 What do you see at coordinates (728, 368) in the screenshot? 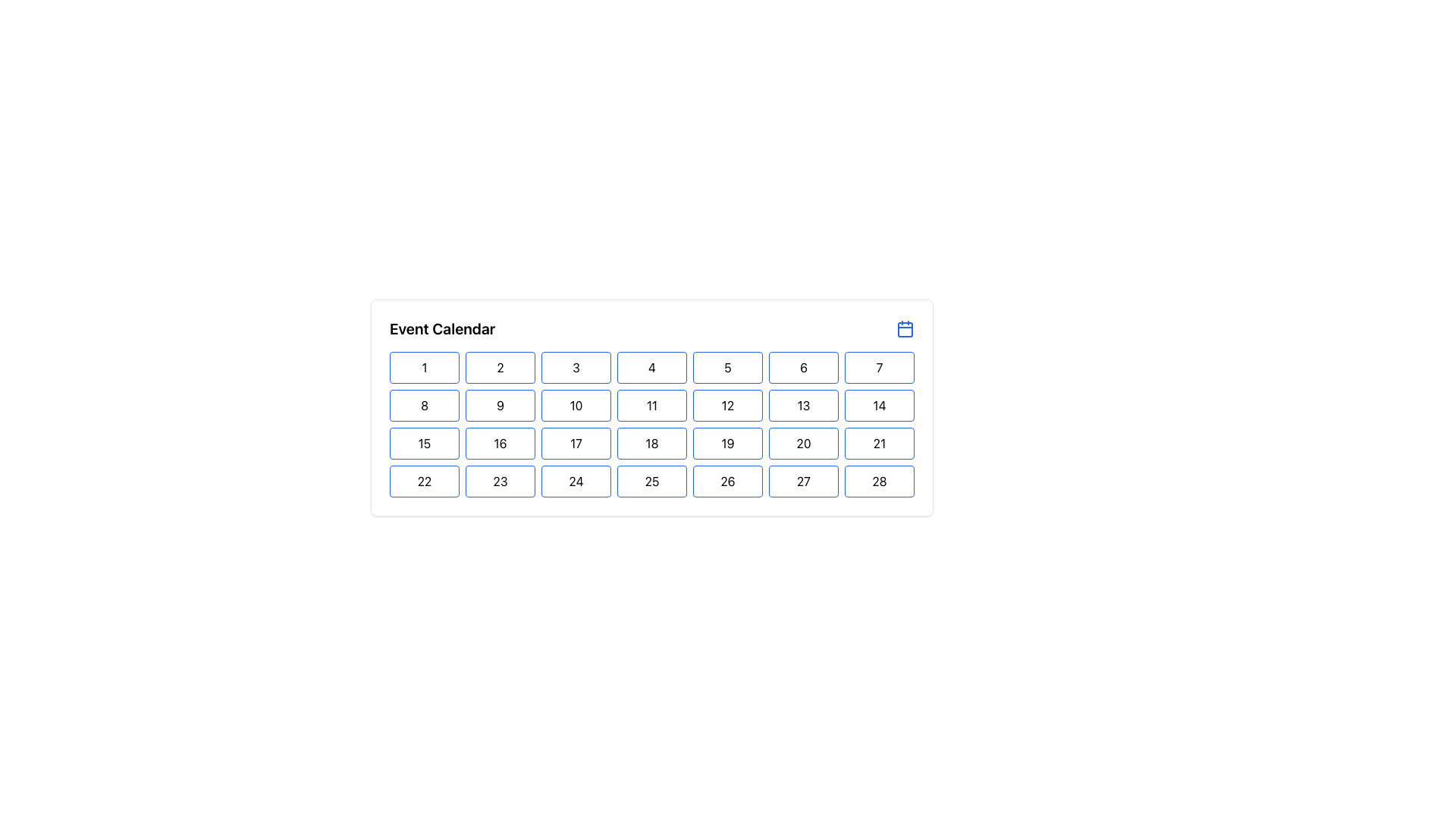
I see `the square button with rounded corners, labeled '5'` at bounding box center [728, 368].